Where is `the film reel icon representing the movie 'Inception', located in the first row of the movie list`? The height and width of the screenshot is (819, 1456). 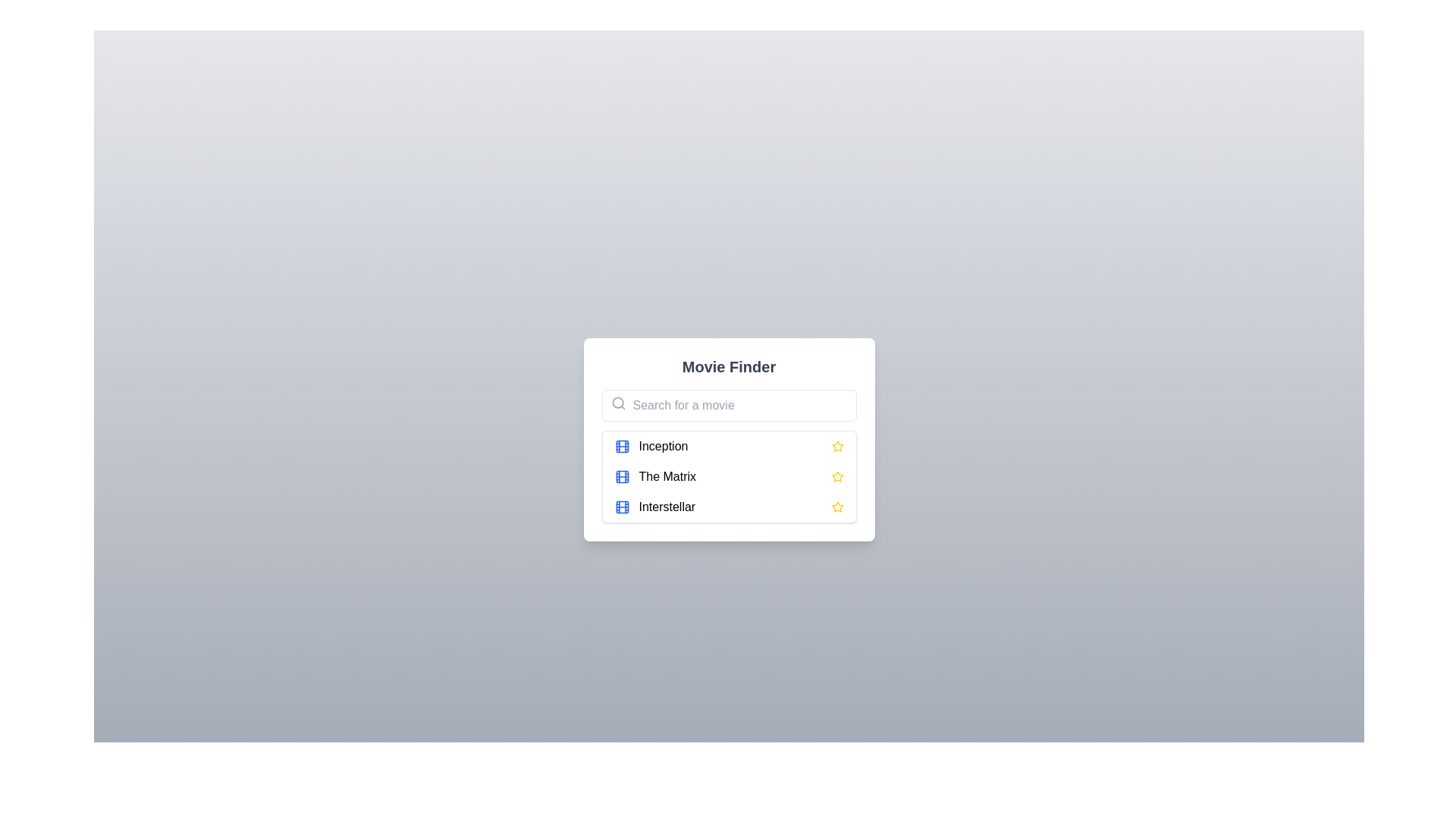
the film reel icon representing the movie 'Inception', located in the first row of the movie list is located at coordinates (622, 446).